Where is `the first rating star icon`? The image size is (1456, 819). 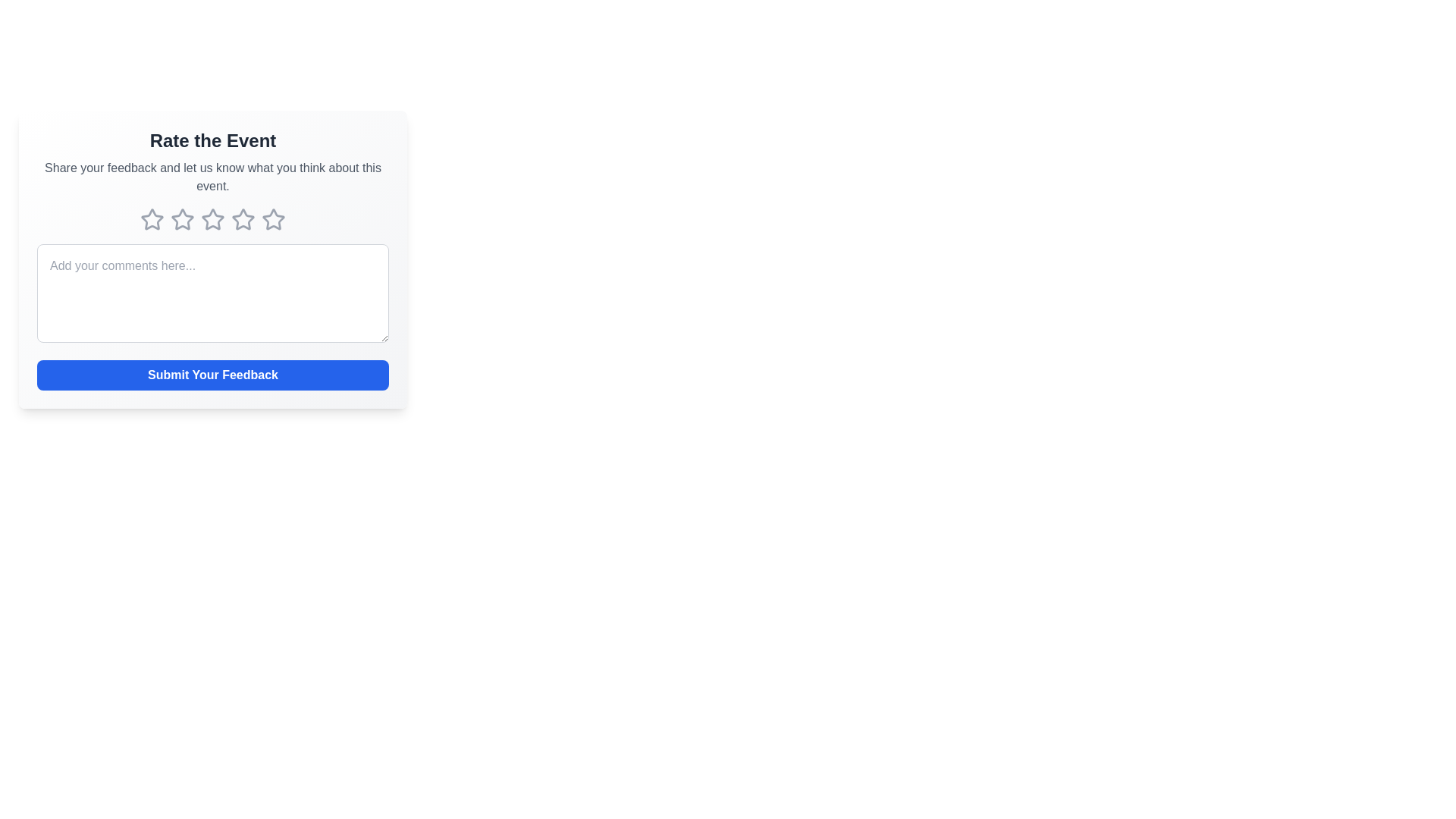 the first rating star icon is located at coordinates (152, 219).